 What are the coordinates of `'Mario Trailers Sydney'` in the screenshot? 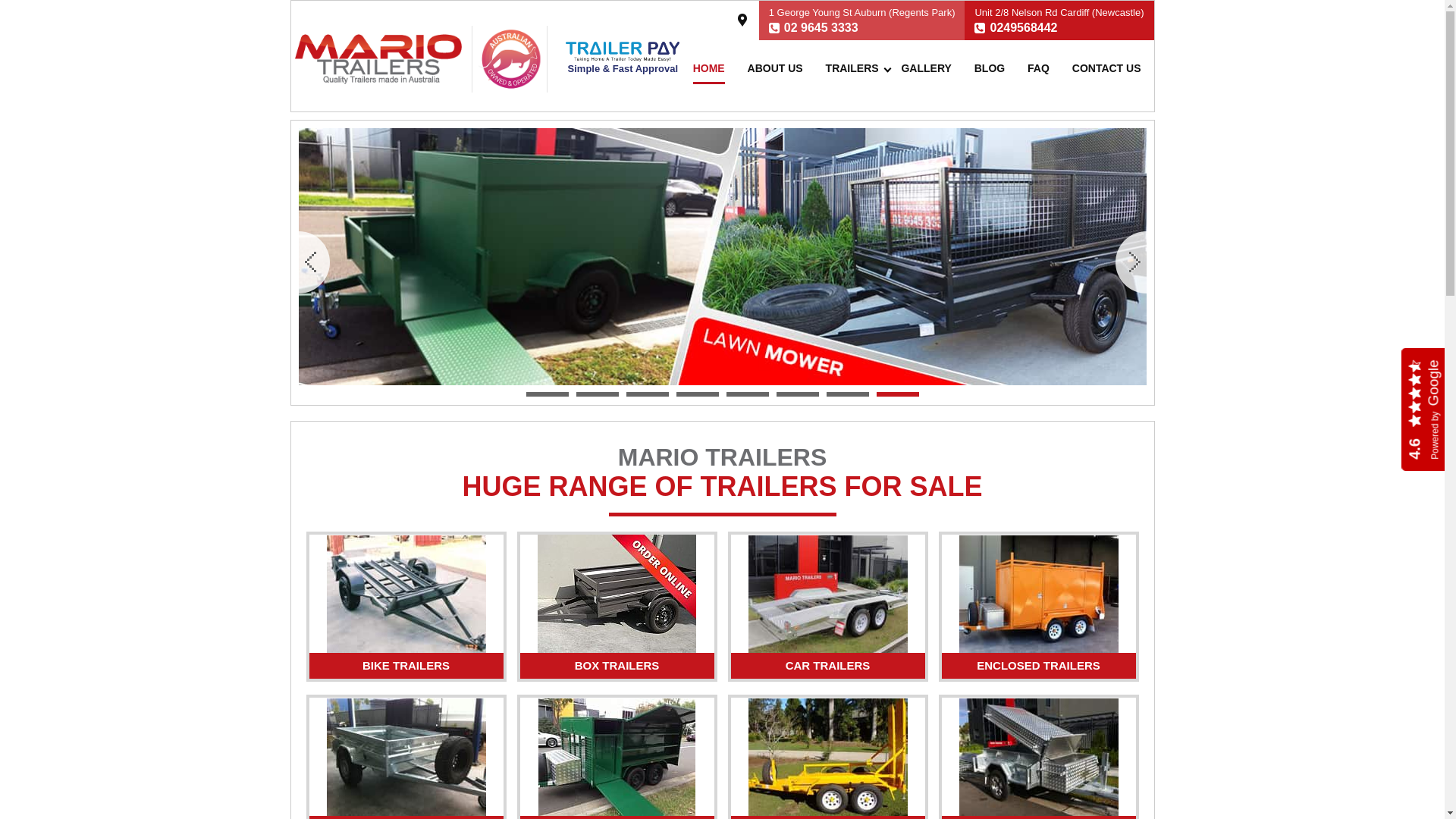 It's located at (294, 58).